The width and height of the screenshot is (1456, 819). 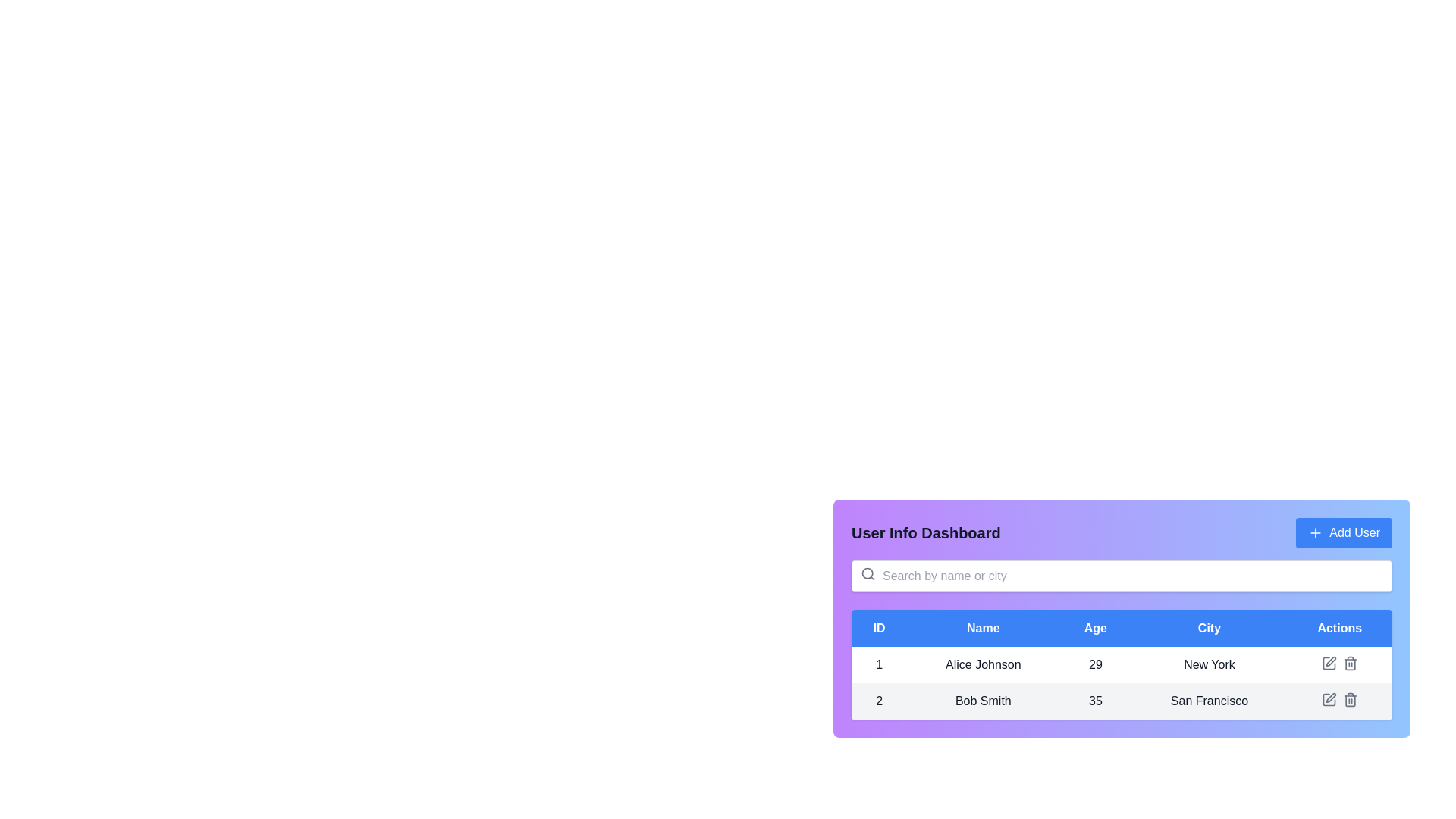 I want to click on the 'Name' column header cell located in the second column of the header row in the table, which is positioned to the right of the 'ID' cell and to the left of the 'Age' cell, so click(x=983, y=629).